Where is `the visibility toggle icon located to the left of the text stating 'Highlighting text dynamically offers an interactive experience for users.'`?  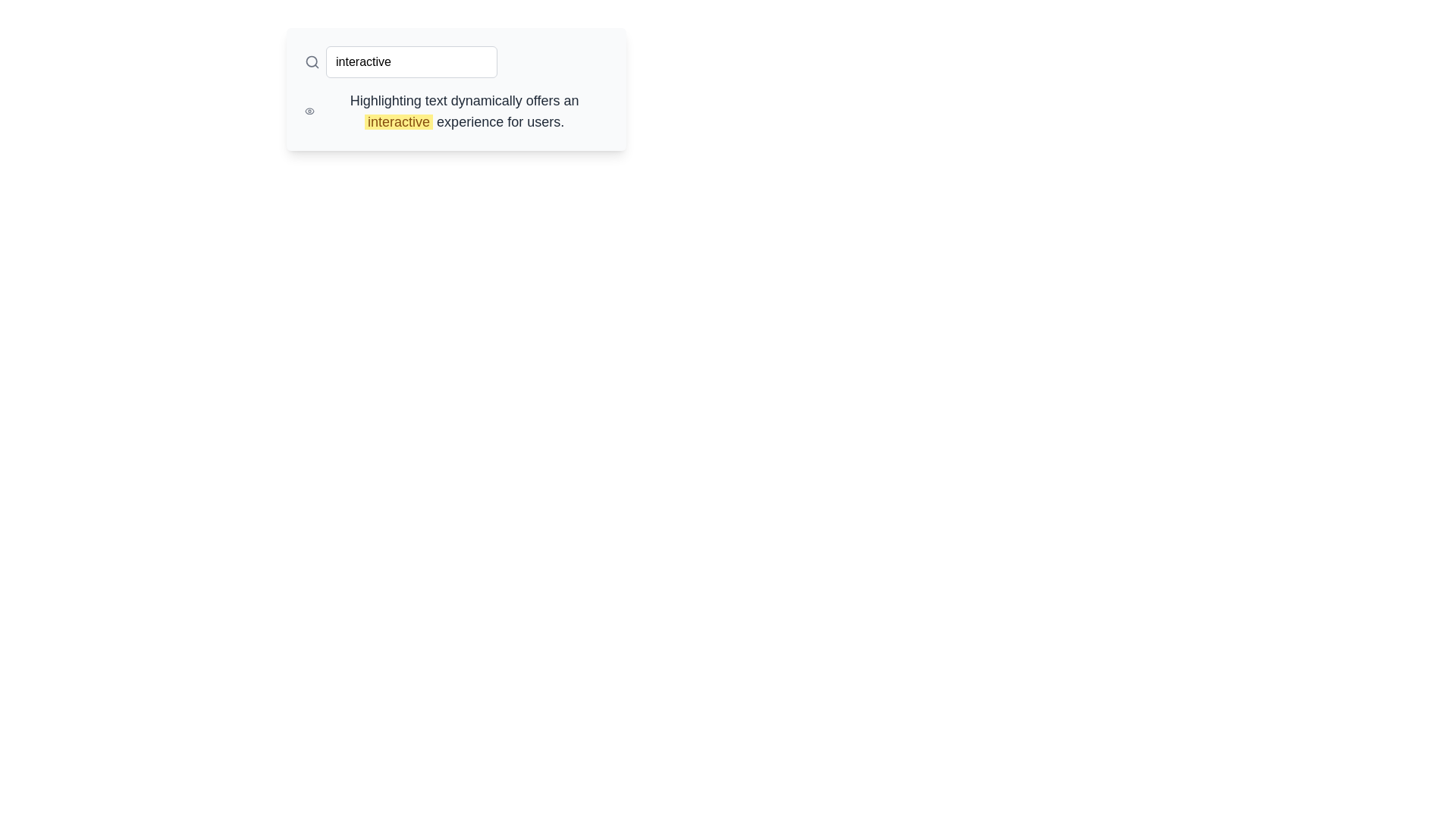 the visibility toggle icon located to the left of the text stating 'Highlighting text dynamically offers an interactive experience for users.' is located at coordinates (309, 110).